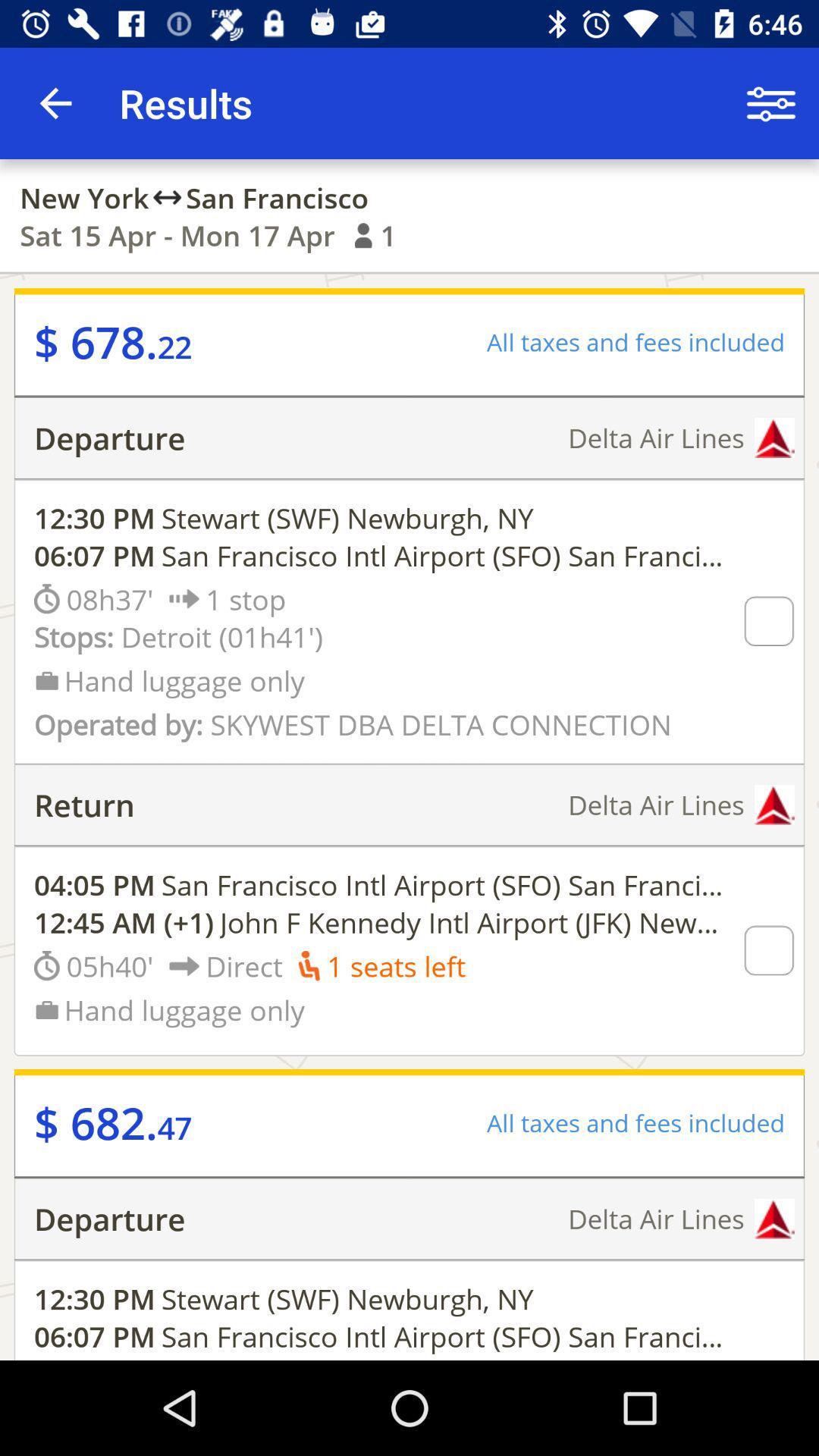 This screenshot has width=819, height=1456. What do you see at coordinates (309, 965) in the screenshot?
I see `the symbol which is left to 1 seats left text` at bounding box center [309, 965].